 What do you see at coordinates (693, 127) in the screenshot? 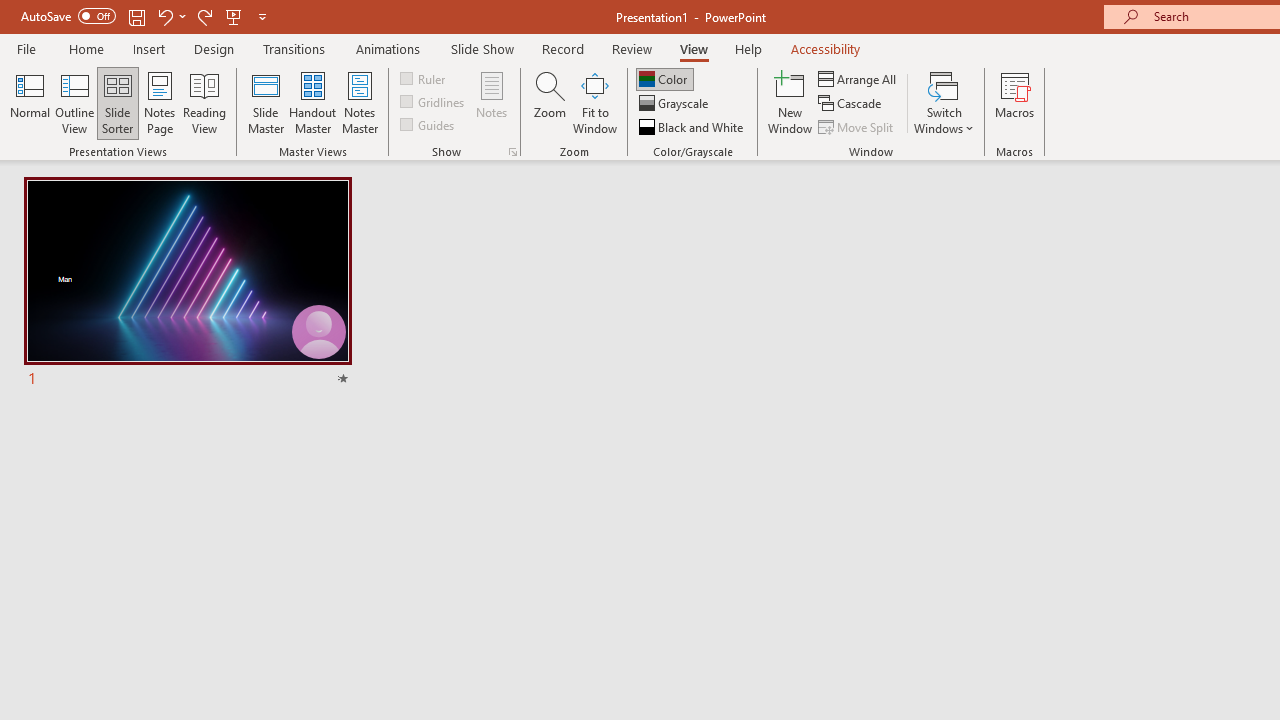
I see `'Black and White'` at bounding box center [693, 127].